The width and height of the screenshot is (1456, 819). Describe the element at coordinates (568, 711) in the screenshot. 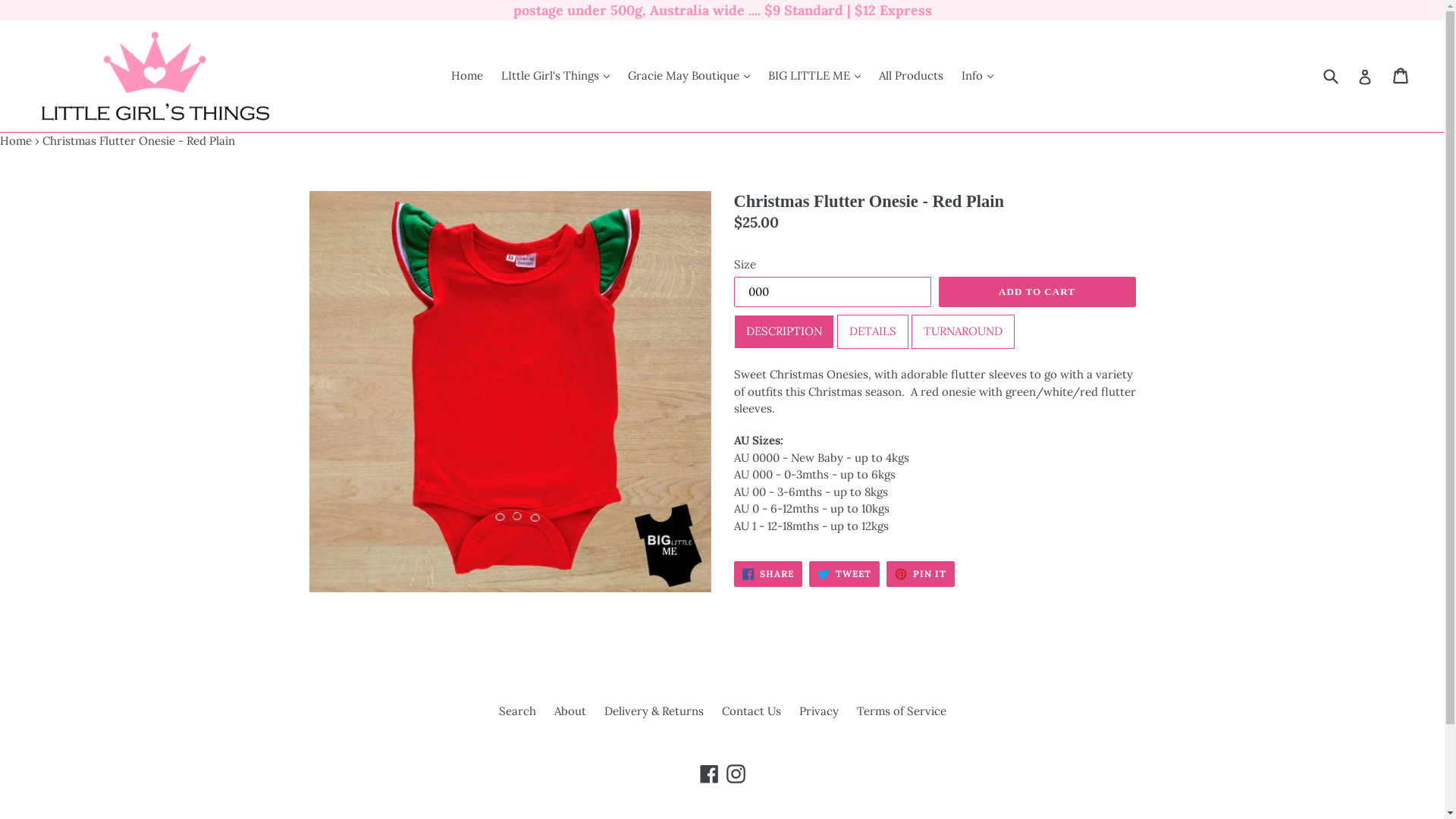

I see `'About'` at that location.